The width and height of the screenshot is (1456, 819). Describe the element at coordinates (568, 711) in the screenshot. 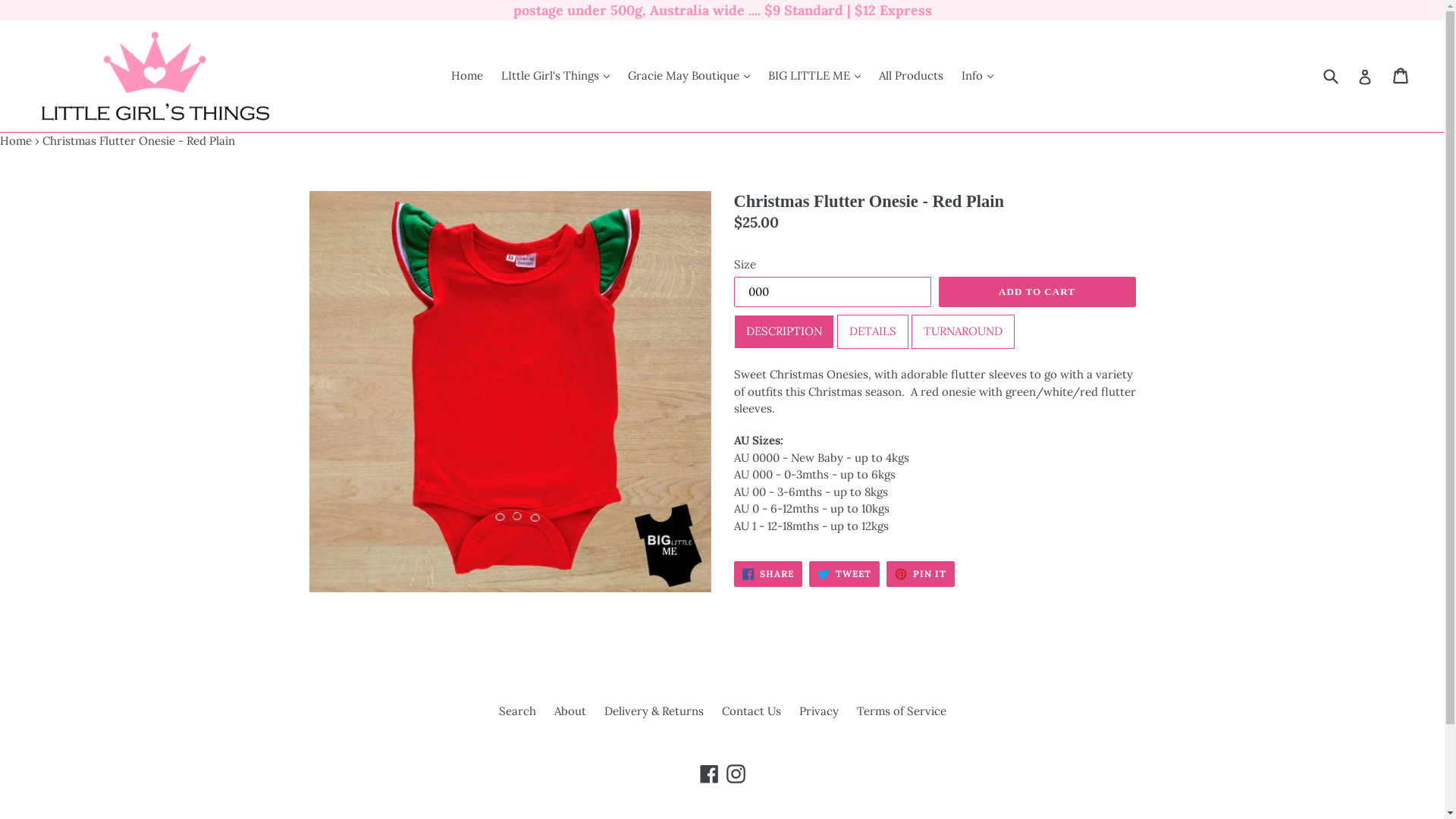

I see `'About'` at that location.